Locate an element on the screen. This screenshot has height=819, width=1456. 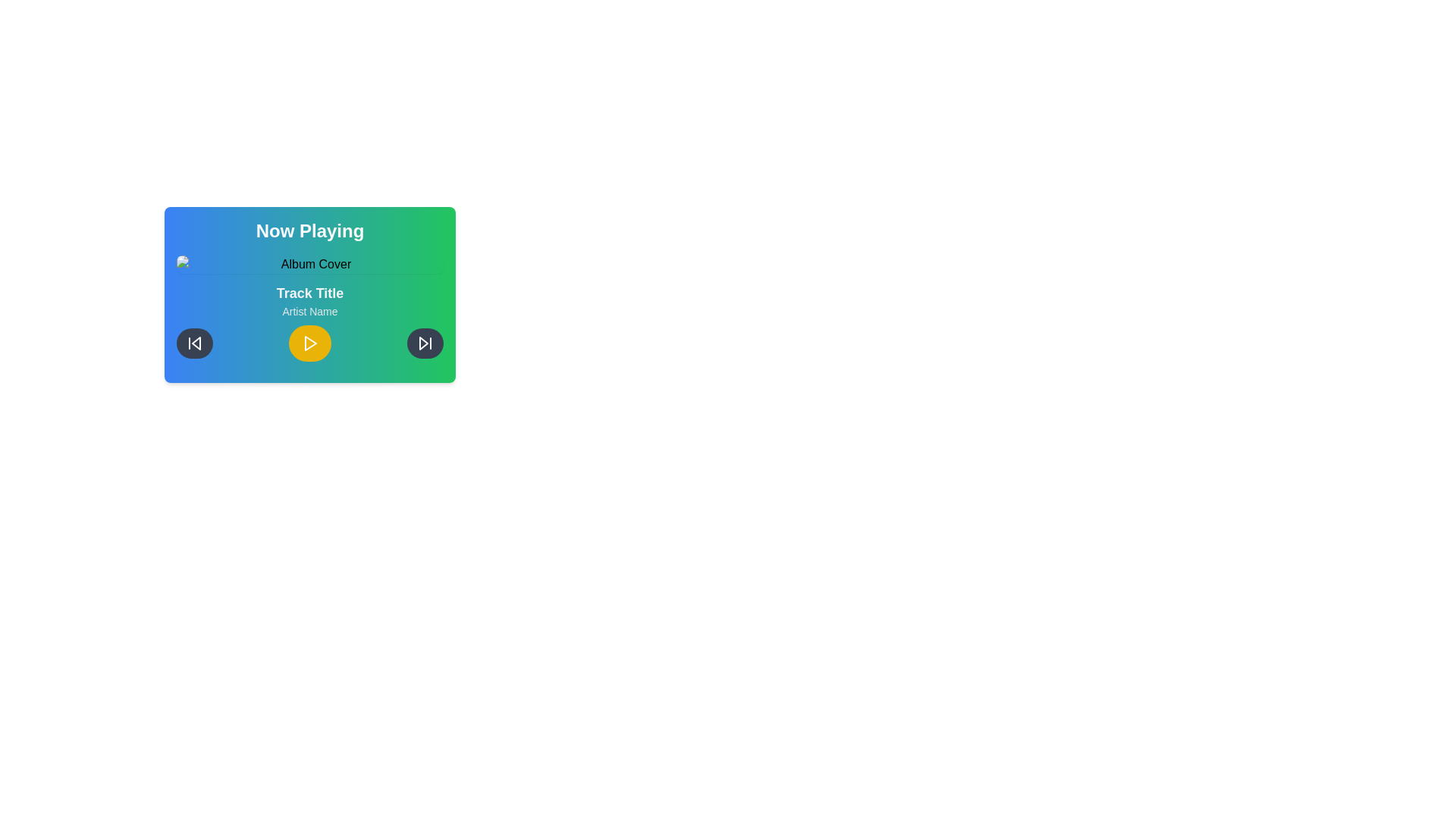
the forward-skip button icon, which is a triangle pointing to the right followed by a vertical line, located at the bottom-right corner of the media player interface is located at coordinates (425, 343).